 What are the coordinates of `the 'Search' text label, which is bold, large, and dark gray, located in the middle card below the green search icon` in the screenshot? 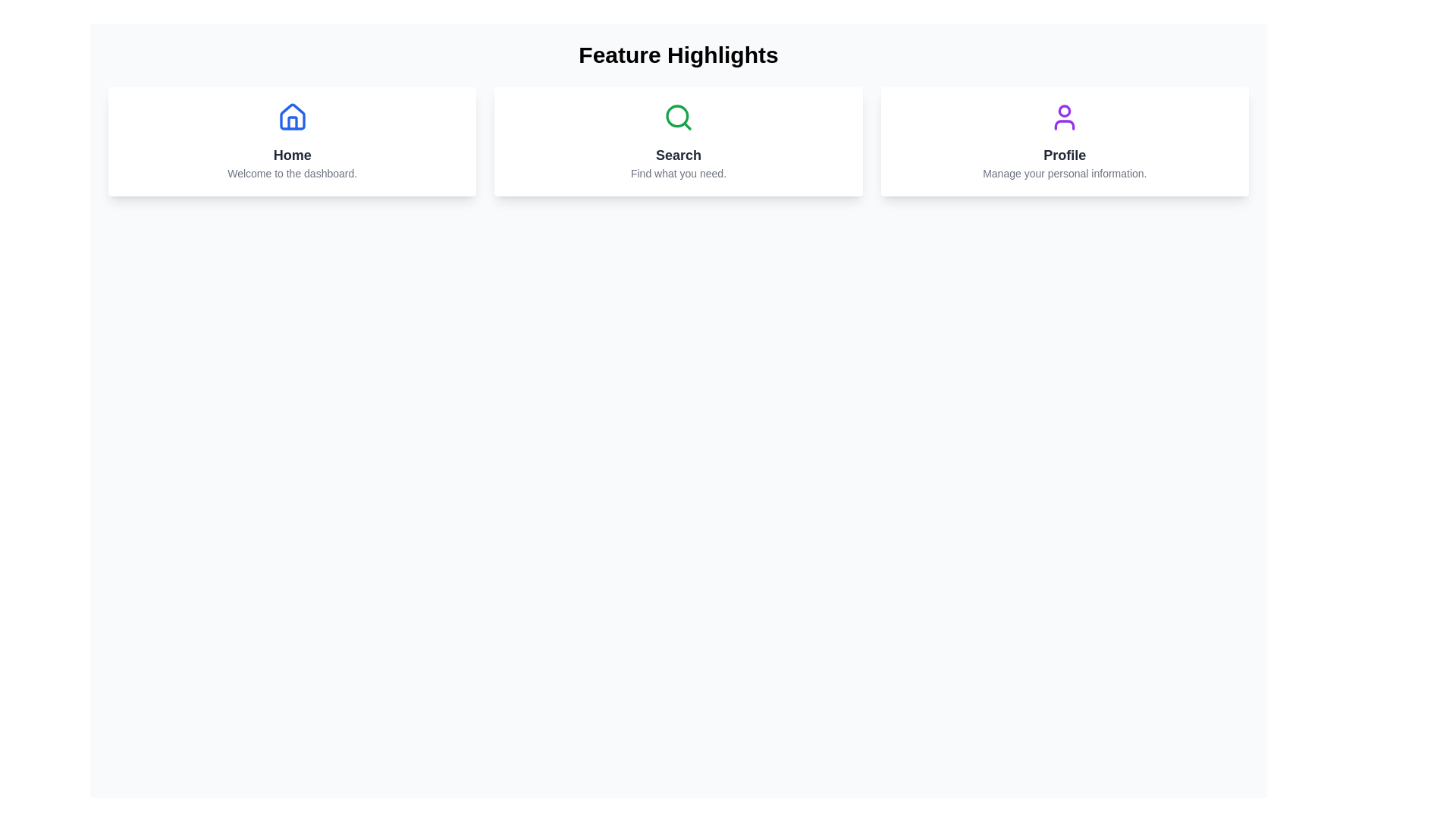 It's located at (677, 155).